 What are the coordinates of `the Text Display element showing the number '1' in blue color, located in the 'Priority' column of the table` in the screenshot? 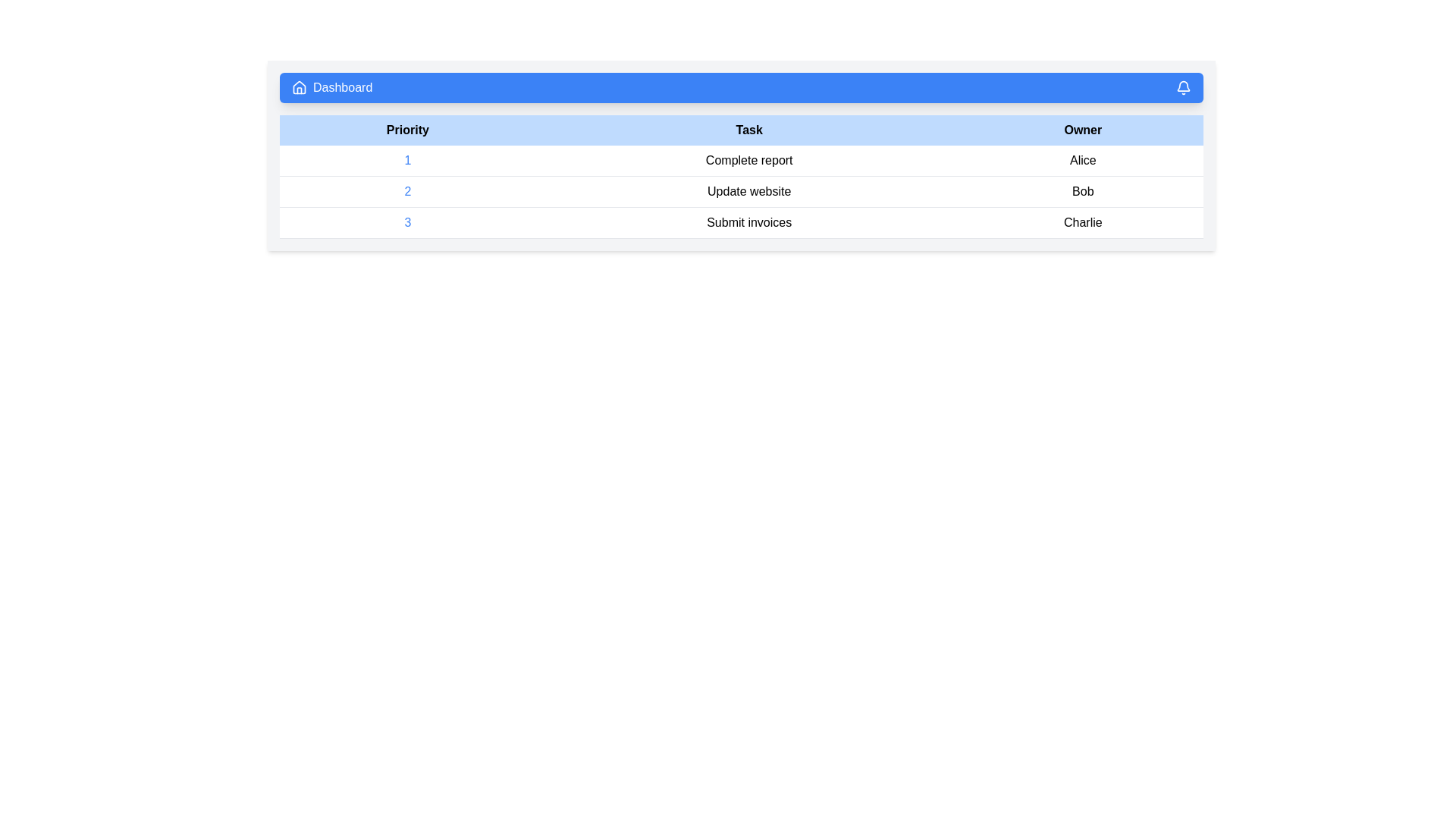 It's located at (407, 161).